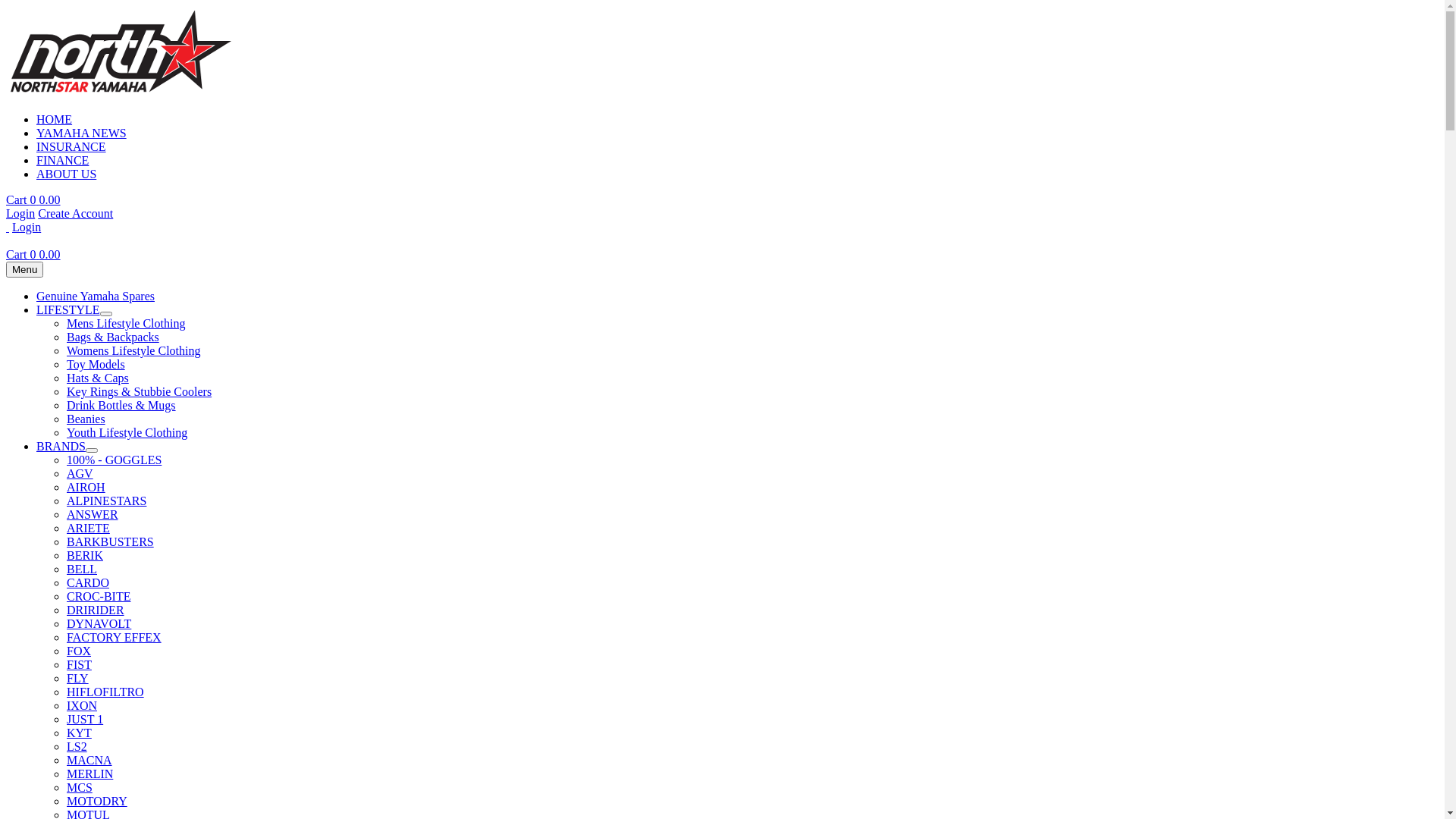  Describe the element at coordinates (36, 296) in the screenshot. I see `'Genuine Yamaha Spares'` at that location.